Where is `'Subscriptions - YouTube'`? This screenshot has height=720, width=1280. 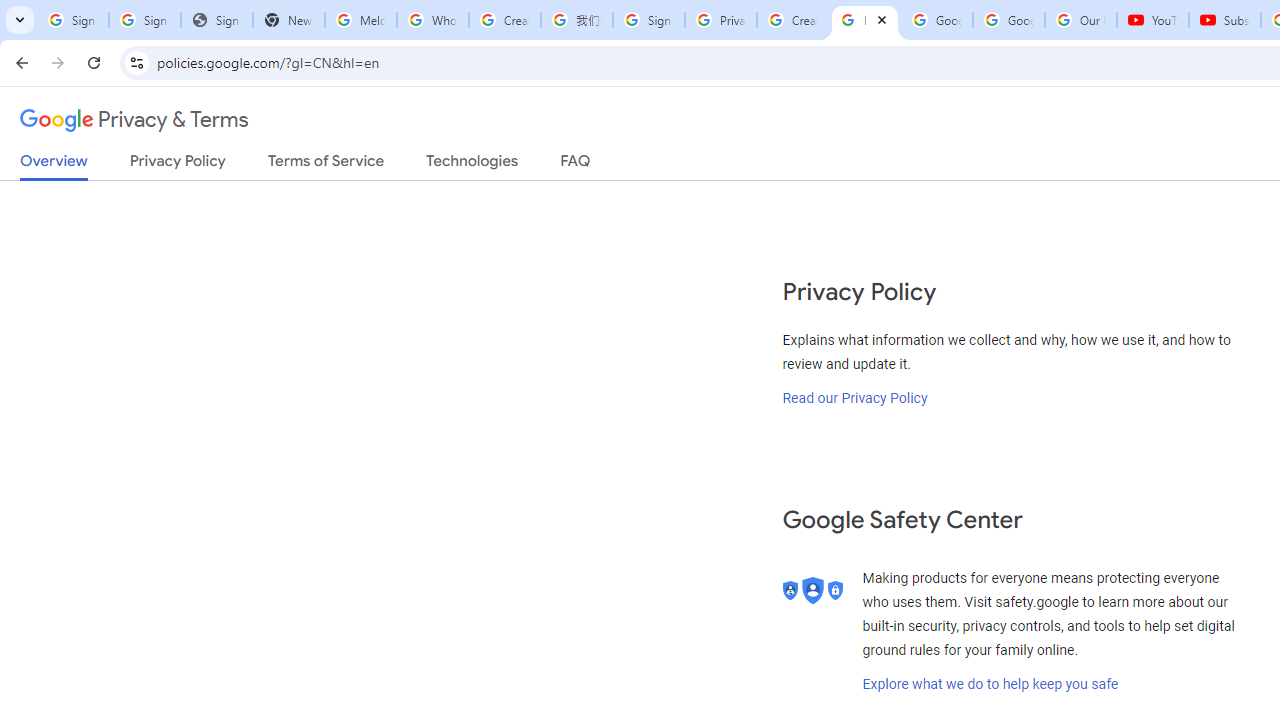 'Subscriptions - YouTube' is located at coordinates (1223, 20).